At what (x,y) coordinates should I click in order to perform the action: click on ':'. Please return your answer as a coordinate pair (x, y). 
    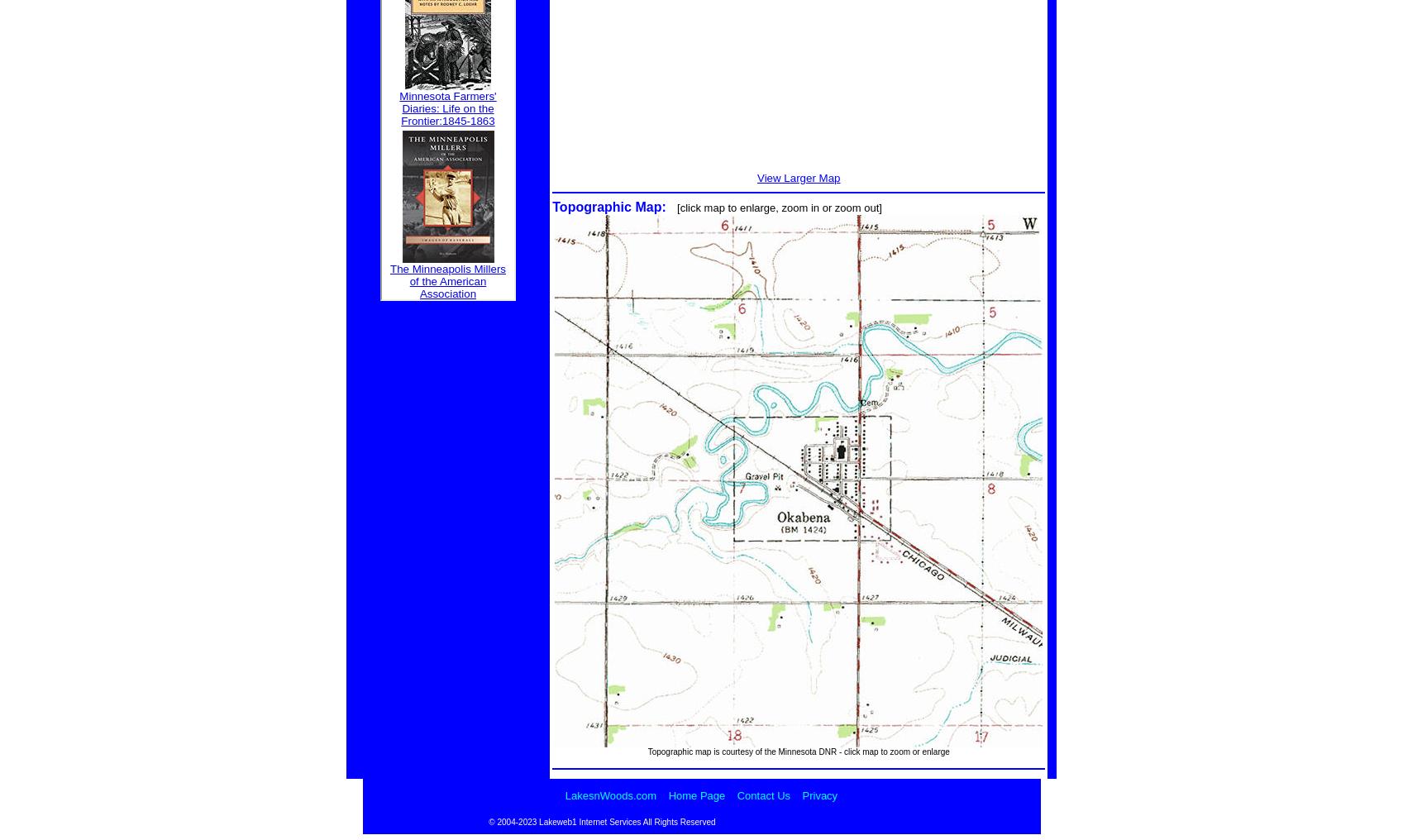
    Looking at the image, I should click on (669, 207).